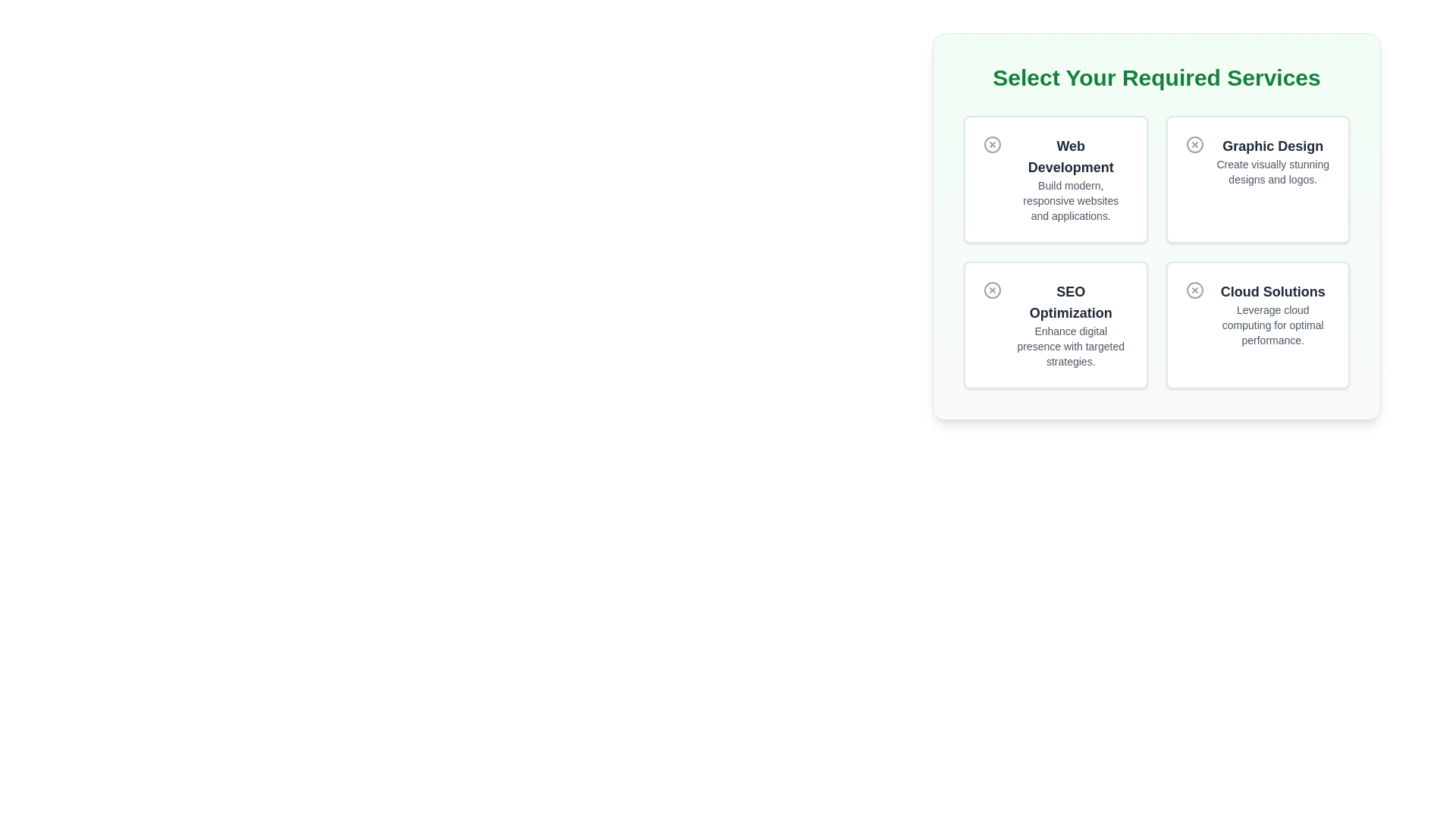  I want to click on the static text element that reads 'Build modern, responsive websites and applications.' which is located directly below the title 'Web Development' in the top-left quadrant of the card labeled 'Web Development', so click(1070, 200).